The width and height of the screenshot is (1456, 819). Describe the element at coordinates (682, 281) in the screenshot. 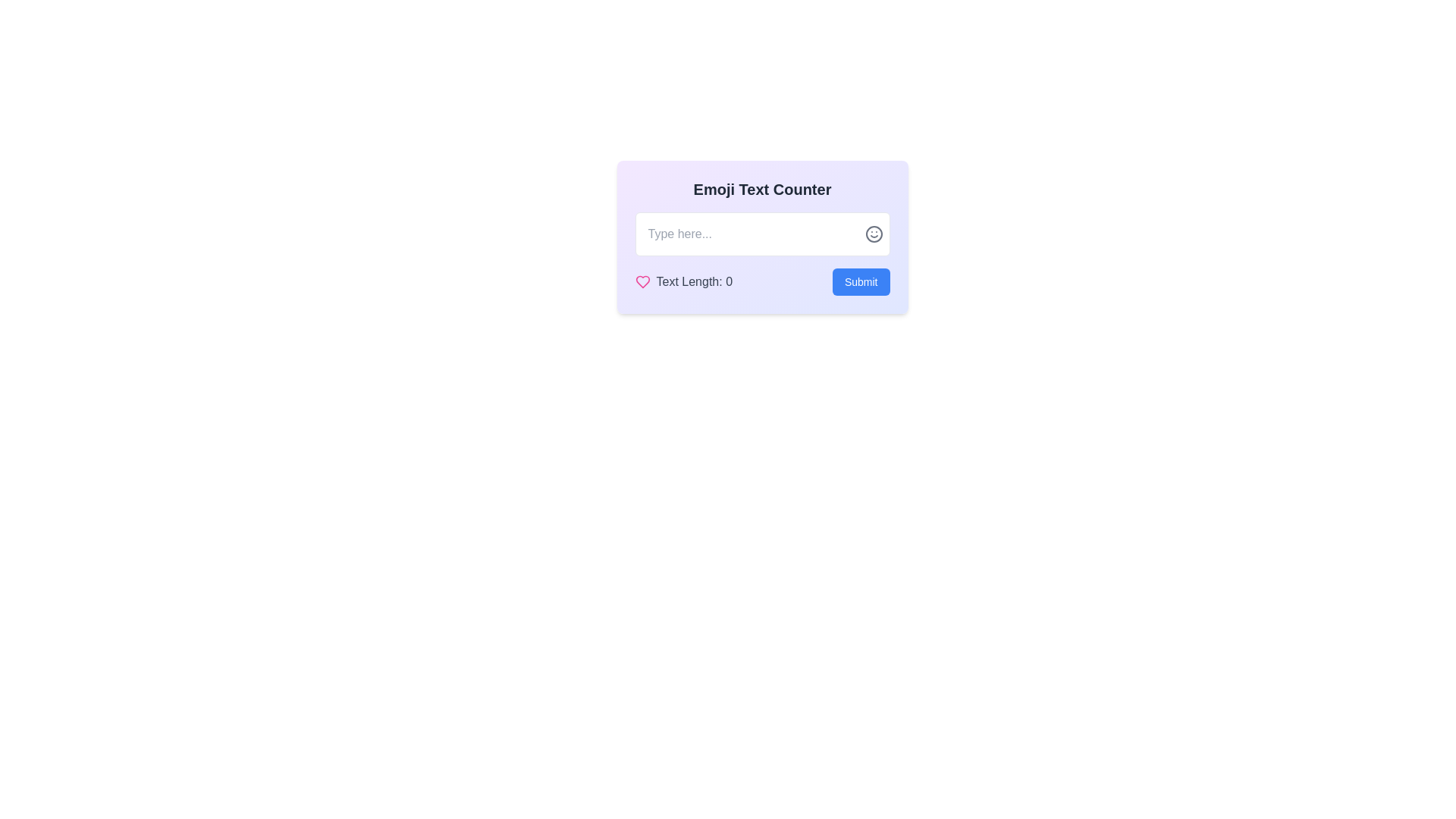

I see `the heart icon and text combination that provides visual feedback about the length of the text entered into the input field above` at that location.